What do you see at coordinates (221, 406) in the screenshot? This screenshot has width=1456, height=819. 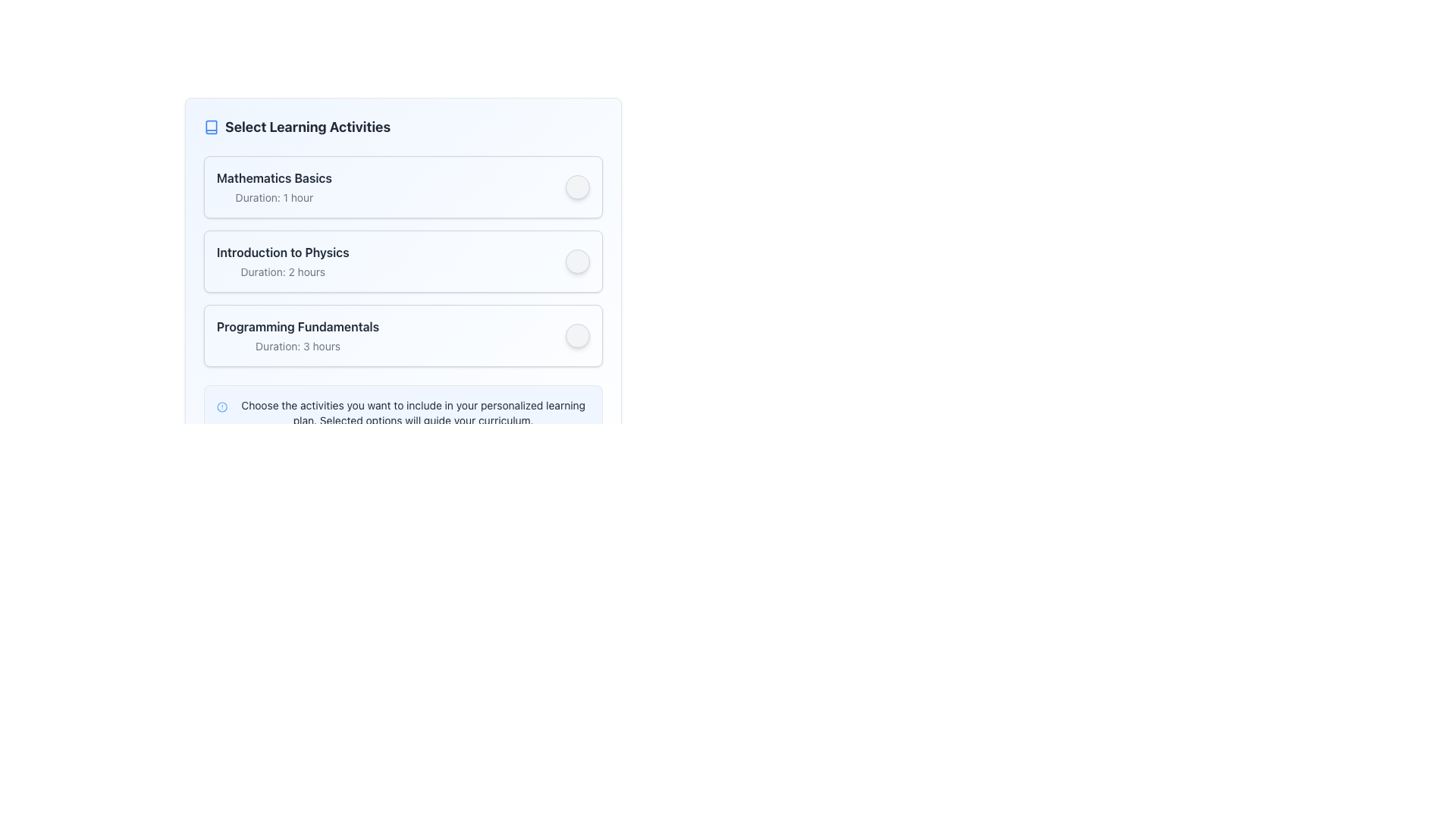 I see `the outermost circle of the alert or notification icon, which is the largest circular element in the SVG located to the left of a text block at the bottom of the user interface` at bounding box center [221, 406].